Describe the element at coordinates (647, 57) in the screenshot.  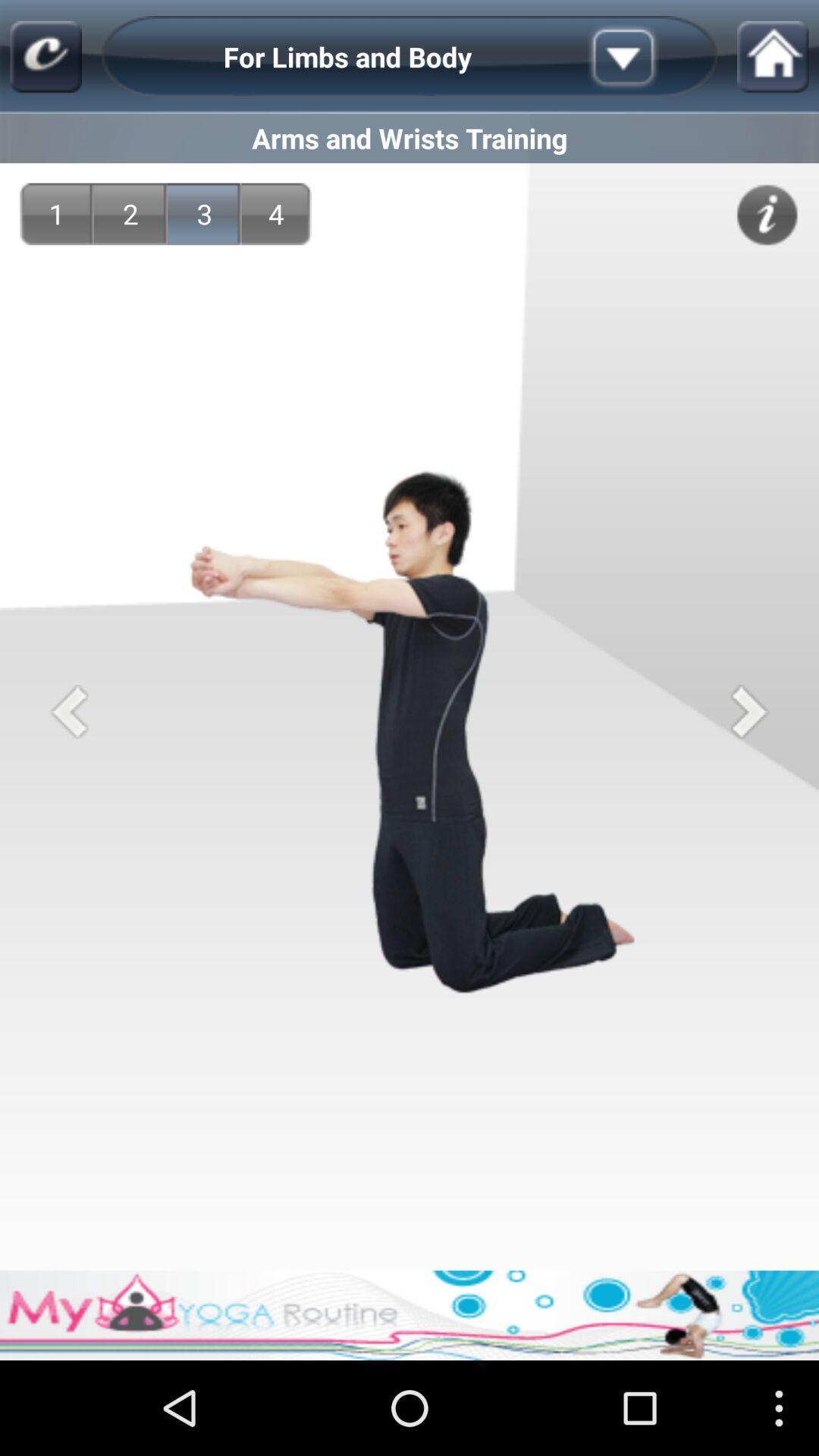
I see `display list` at that location.